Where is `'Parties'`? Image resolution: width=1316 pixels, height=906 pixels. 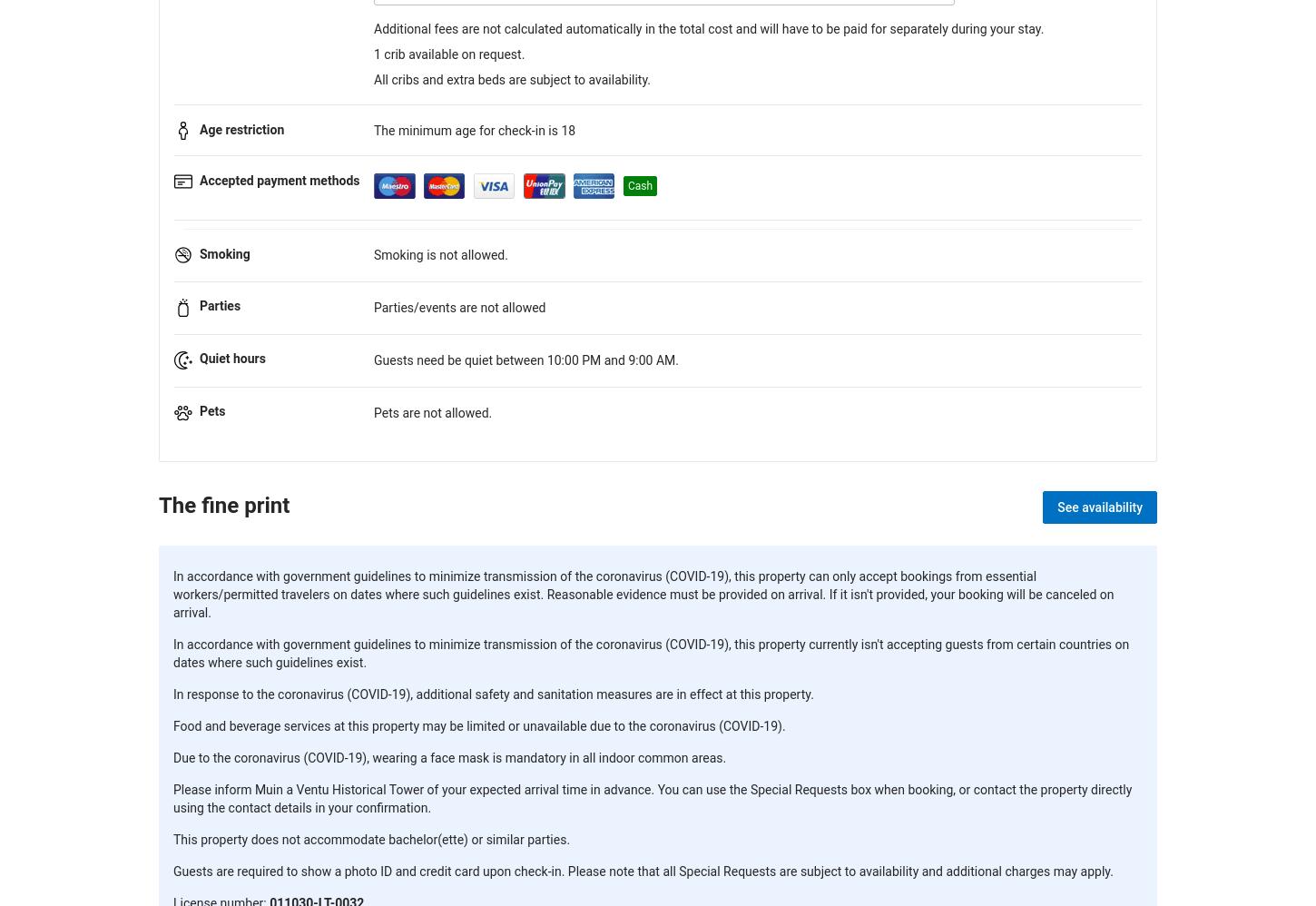
'Parties' is located at coordinates (198, 306).